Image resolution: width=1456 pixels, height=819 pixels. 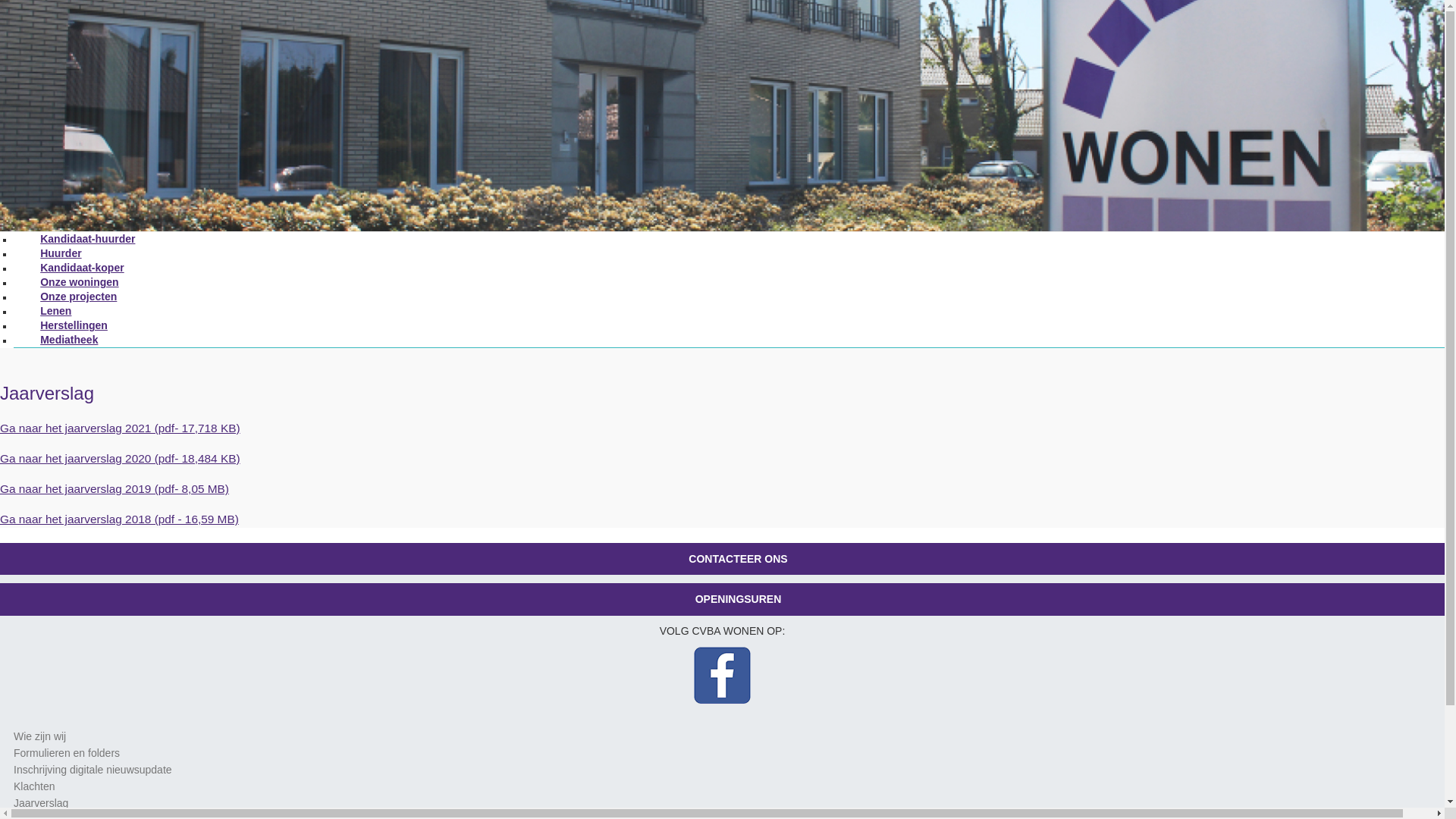 I want to click on 'Wie zijn wij', so click(x=39, y=736).